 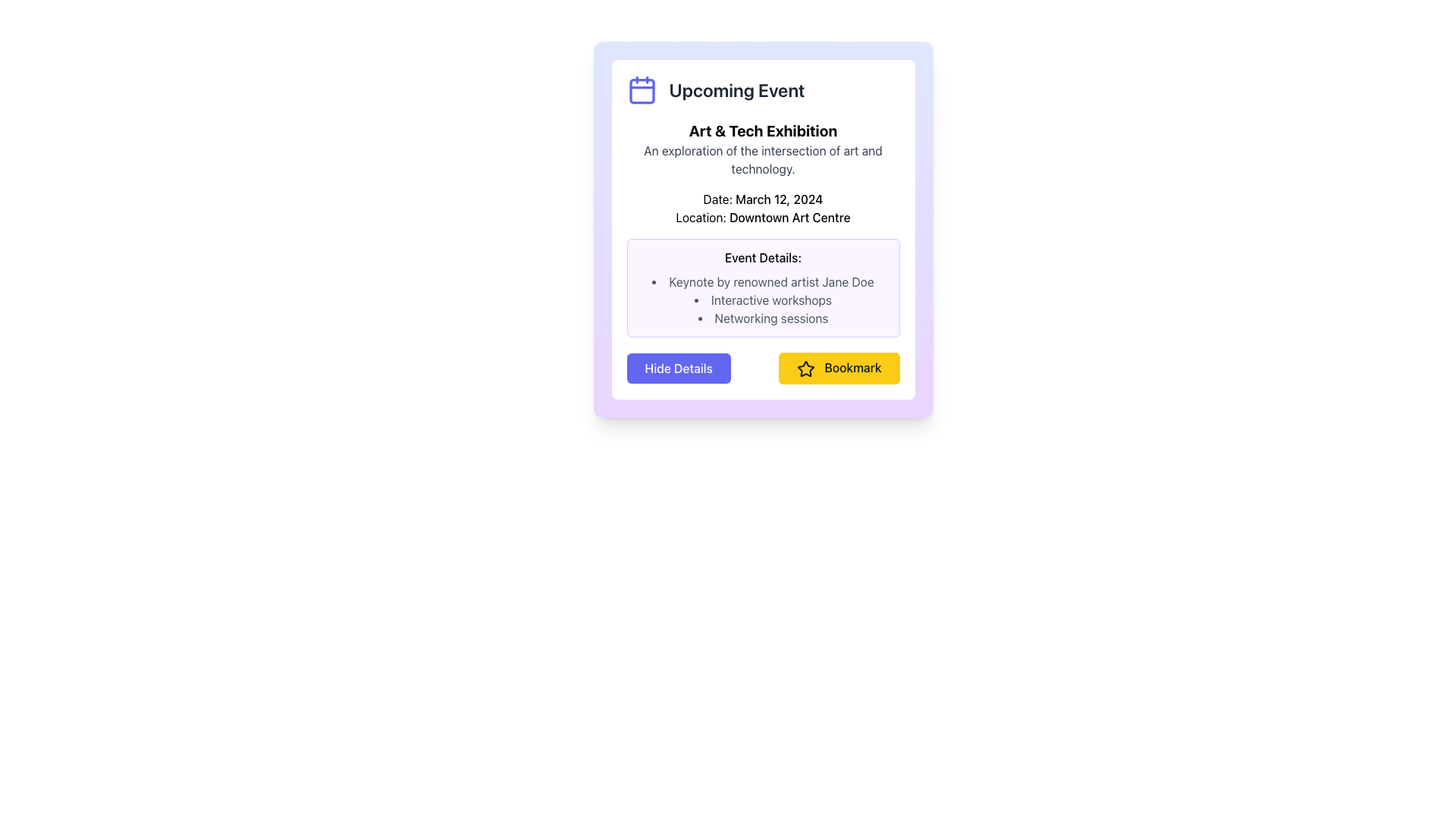 I want to click on the first text item in the bulleted list under the 'Event Details' section of the card interface, which describes one of the activities or highlights of the event, so click(x=763, y=281).